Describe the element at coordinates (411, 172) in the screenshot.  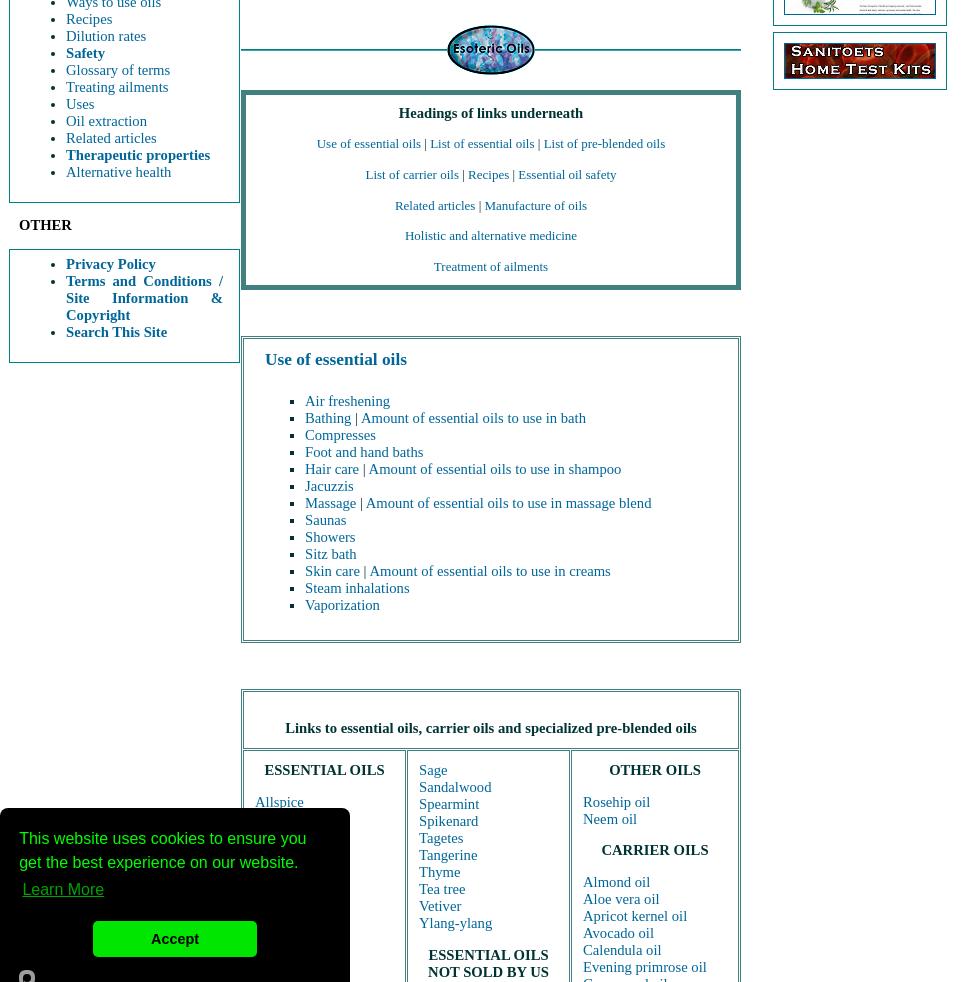
I see `'List of carrier oils'` at that location.